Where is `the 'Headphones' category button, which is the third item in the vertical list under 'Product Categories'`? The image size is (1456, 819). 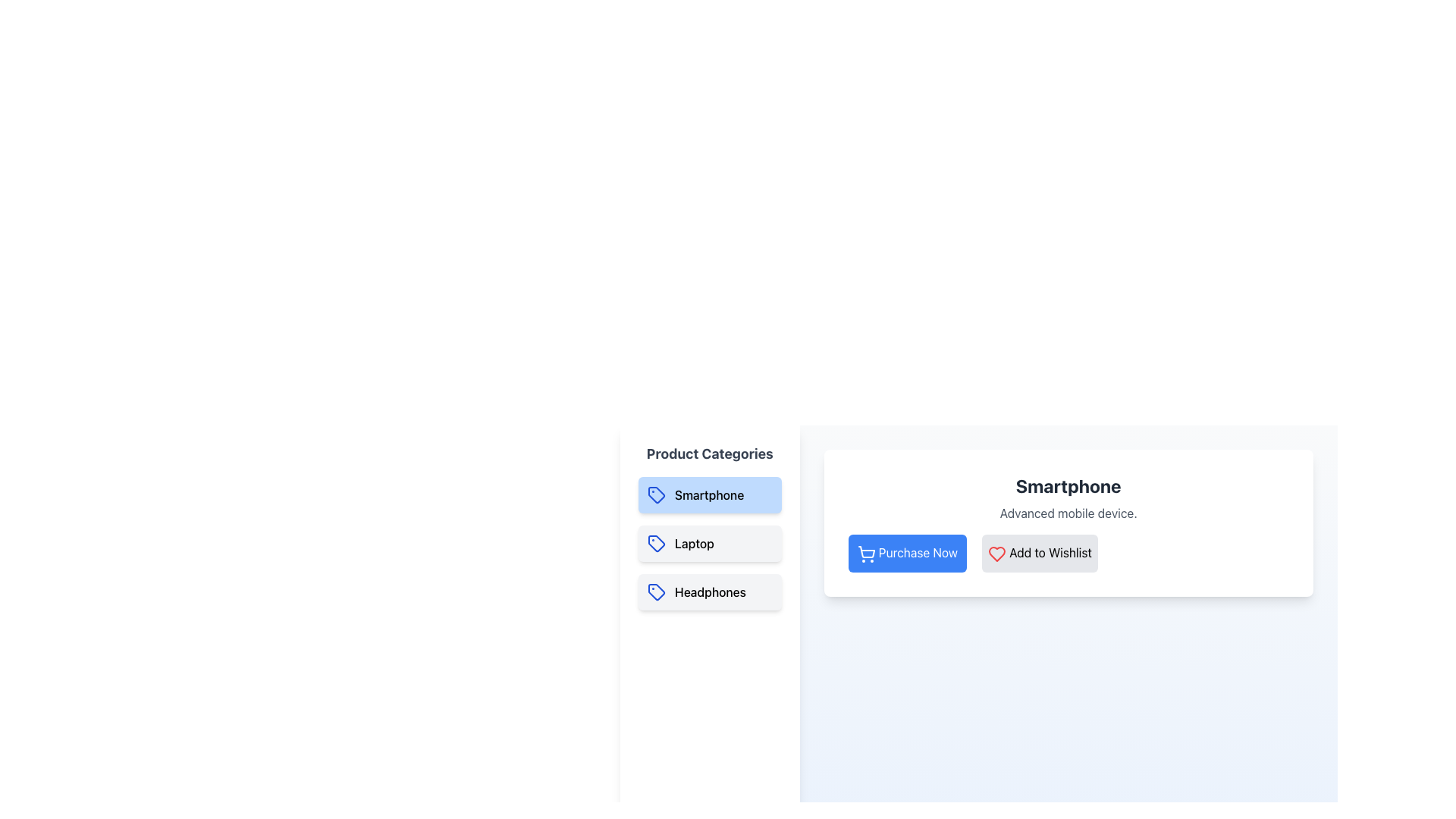
the 'Headphones' category button, which is the third item in the vertical list under 'Product Categories' is located at coordinates (709, 591).